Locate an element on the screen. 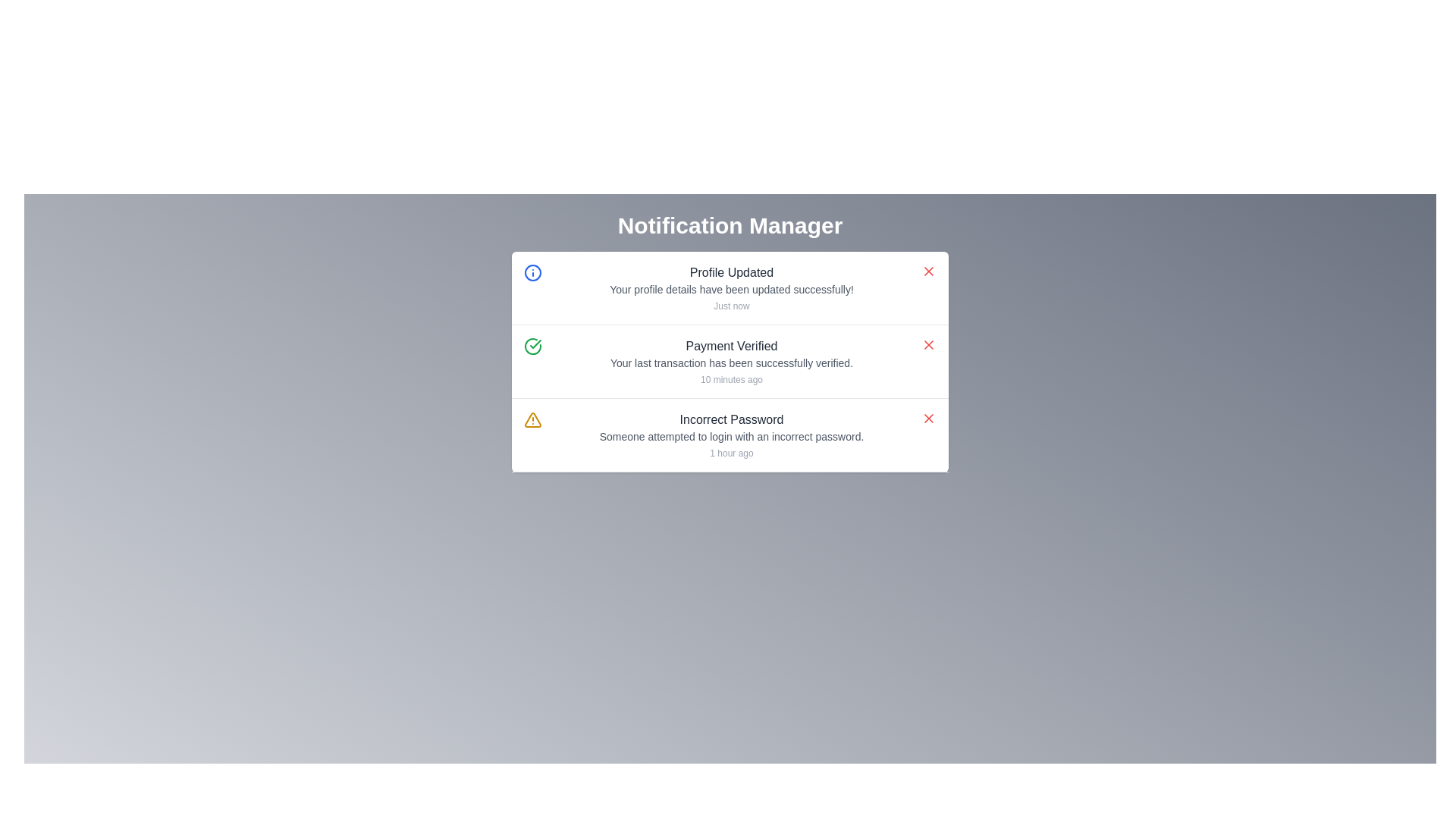  text from the text label displaying 'Incorrect Password', which is part of the third notification item in the notification stack is located at coordinates (731, 420).